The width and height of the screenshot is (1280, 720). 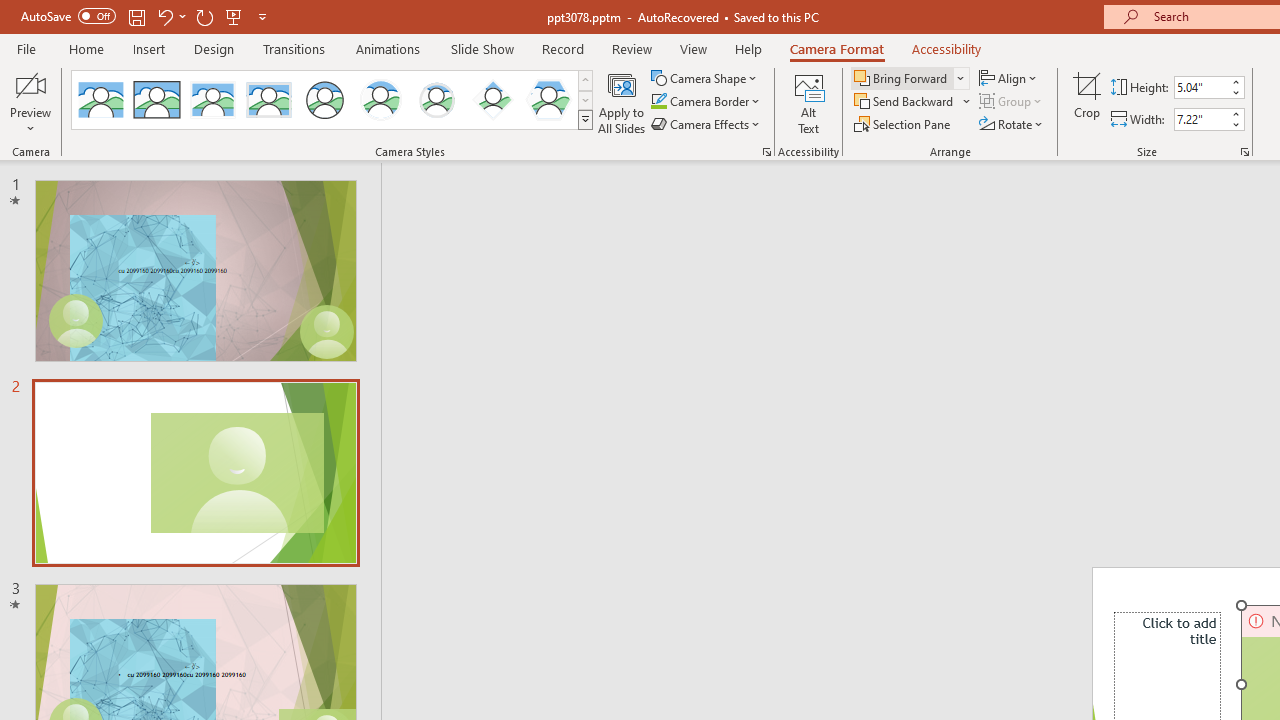 What do you see at coordinates (706, 101) in the screenshot?
I see `'Camera Border'` at bounding box center [706, 101].